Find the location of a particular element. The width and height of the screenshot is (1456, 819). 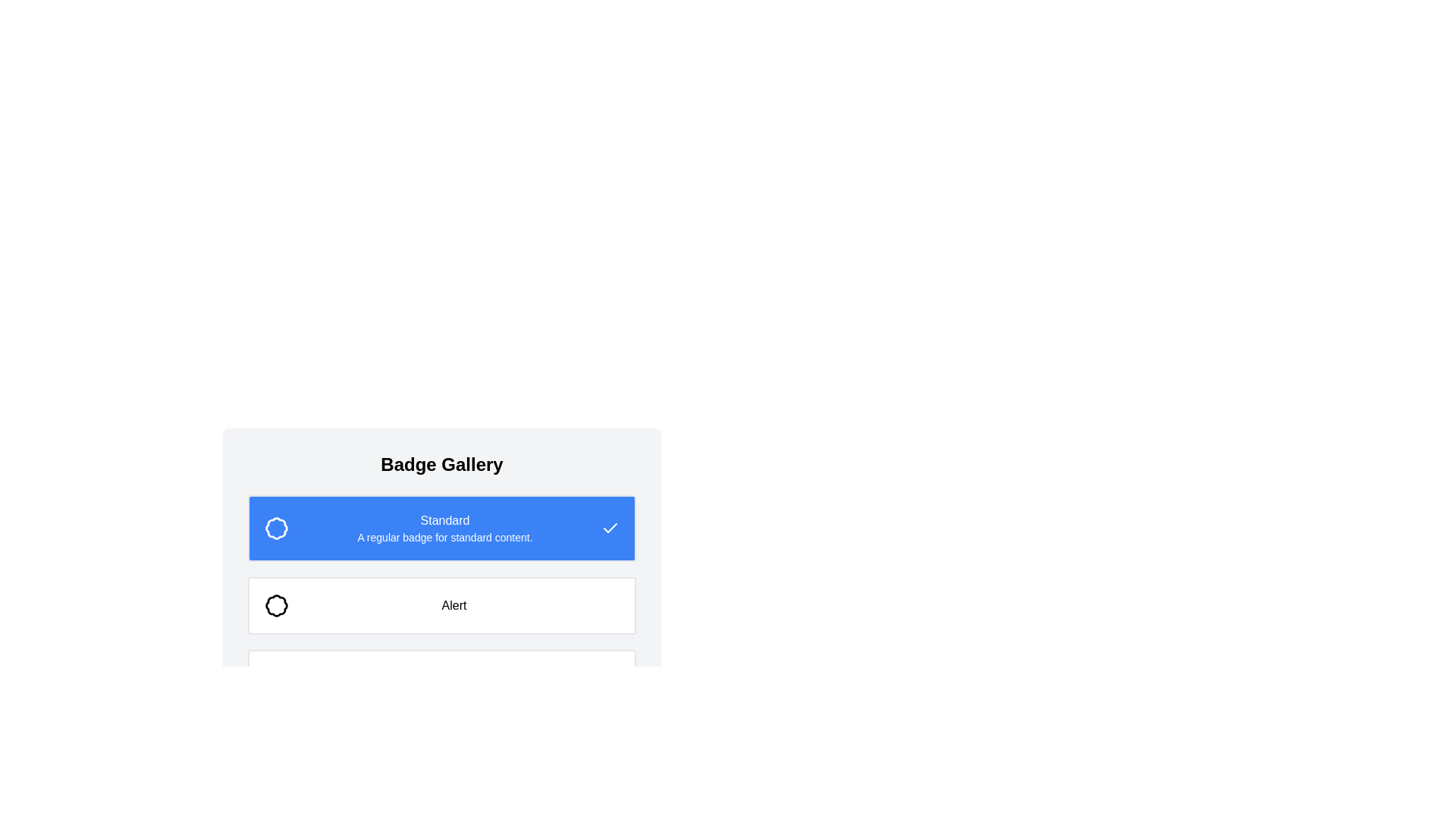

the 'Alert' badge element, which is the second badge in a vertical list of badges, positioned directly below the 'Standard' badge and above the 'Success' badge is located at coordinates (441, 604).